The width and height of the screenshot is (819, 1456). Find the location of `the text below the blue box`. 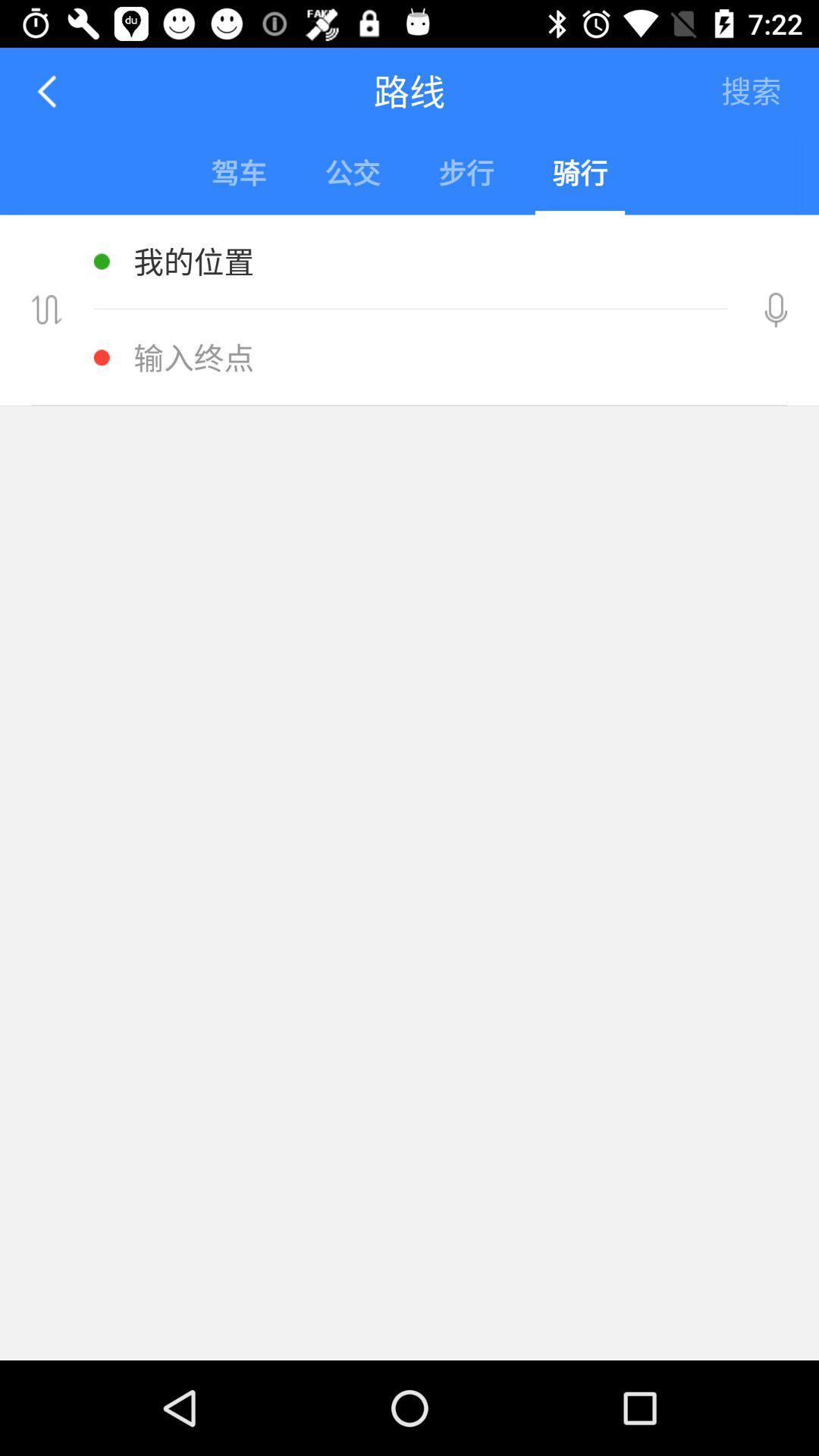

the text below the blue box is located at coordinates (413, 262).